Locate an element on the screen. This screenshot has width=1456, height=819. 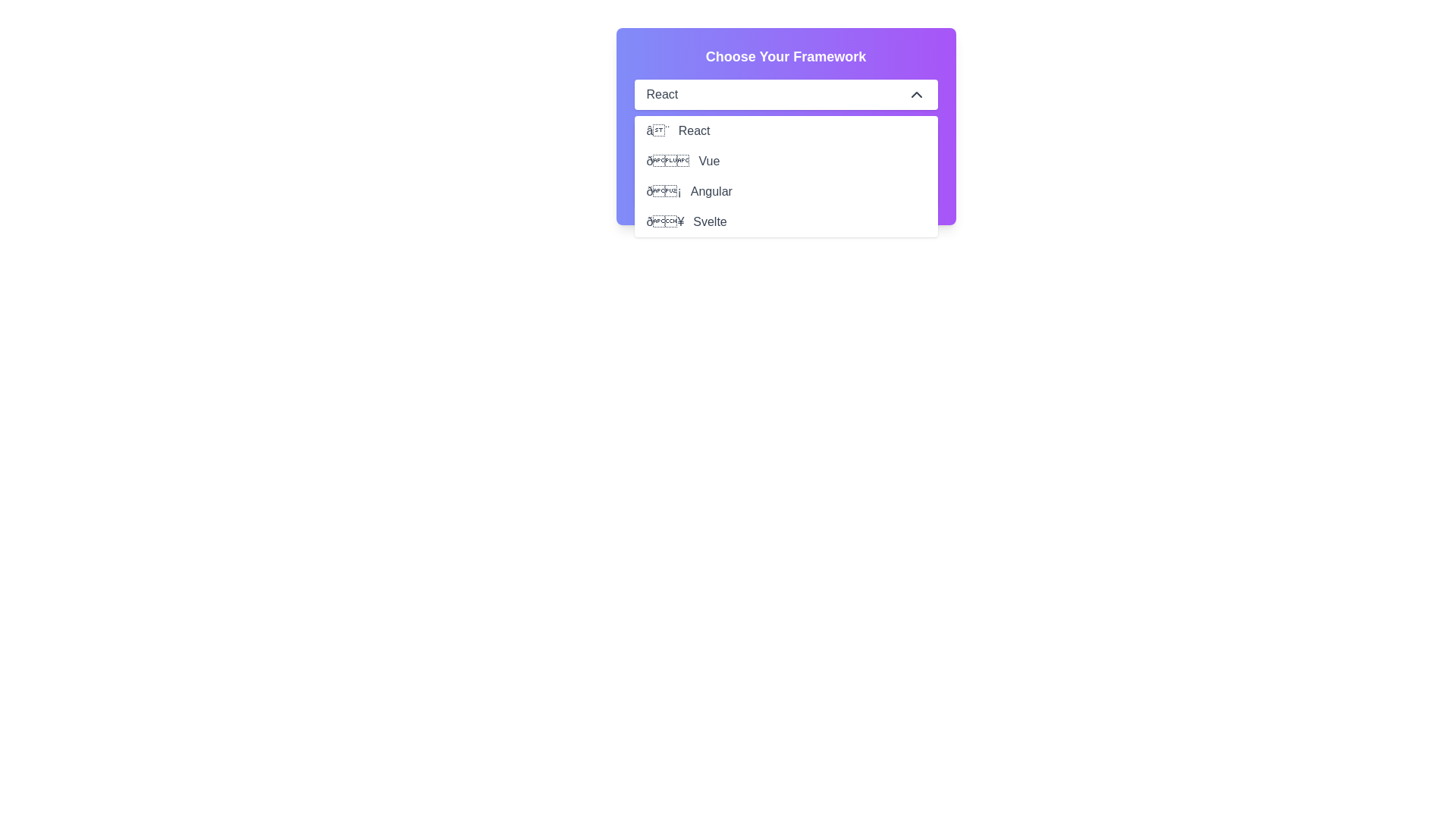
the Svelte framework icon located in the last row of the dropdown list under 'Choose Your Framework', aligned horizontally with the text 'Svelte' is located at coordinates (665, 222).